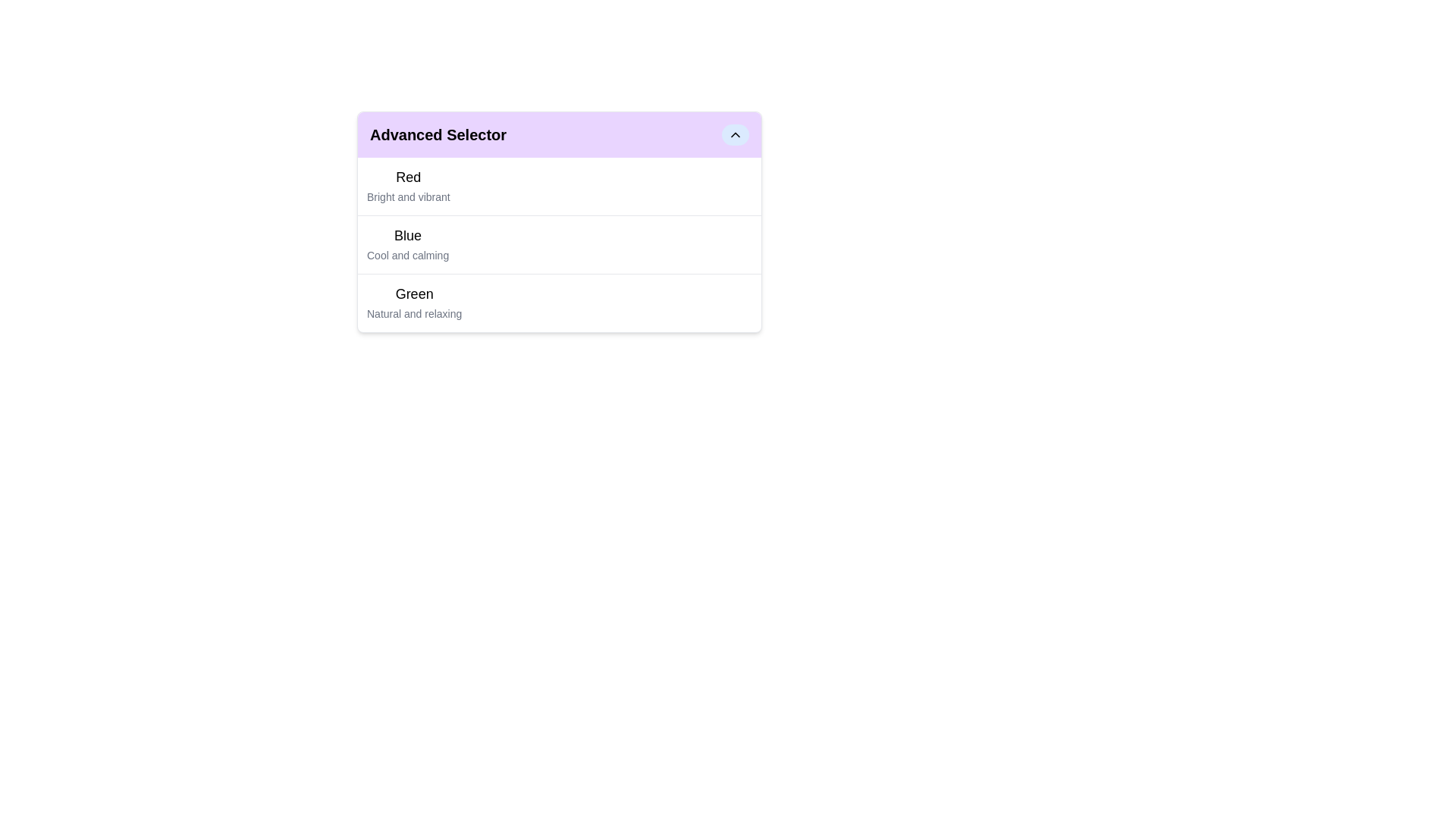 This screenshot has height=819, width=1456. I want to click on the 'Blue' text label in the dropdown menu labeled 'Advanced Selector', so click(408, 236).